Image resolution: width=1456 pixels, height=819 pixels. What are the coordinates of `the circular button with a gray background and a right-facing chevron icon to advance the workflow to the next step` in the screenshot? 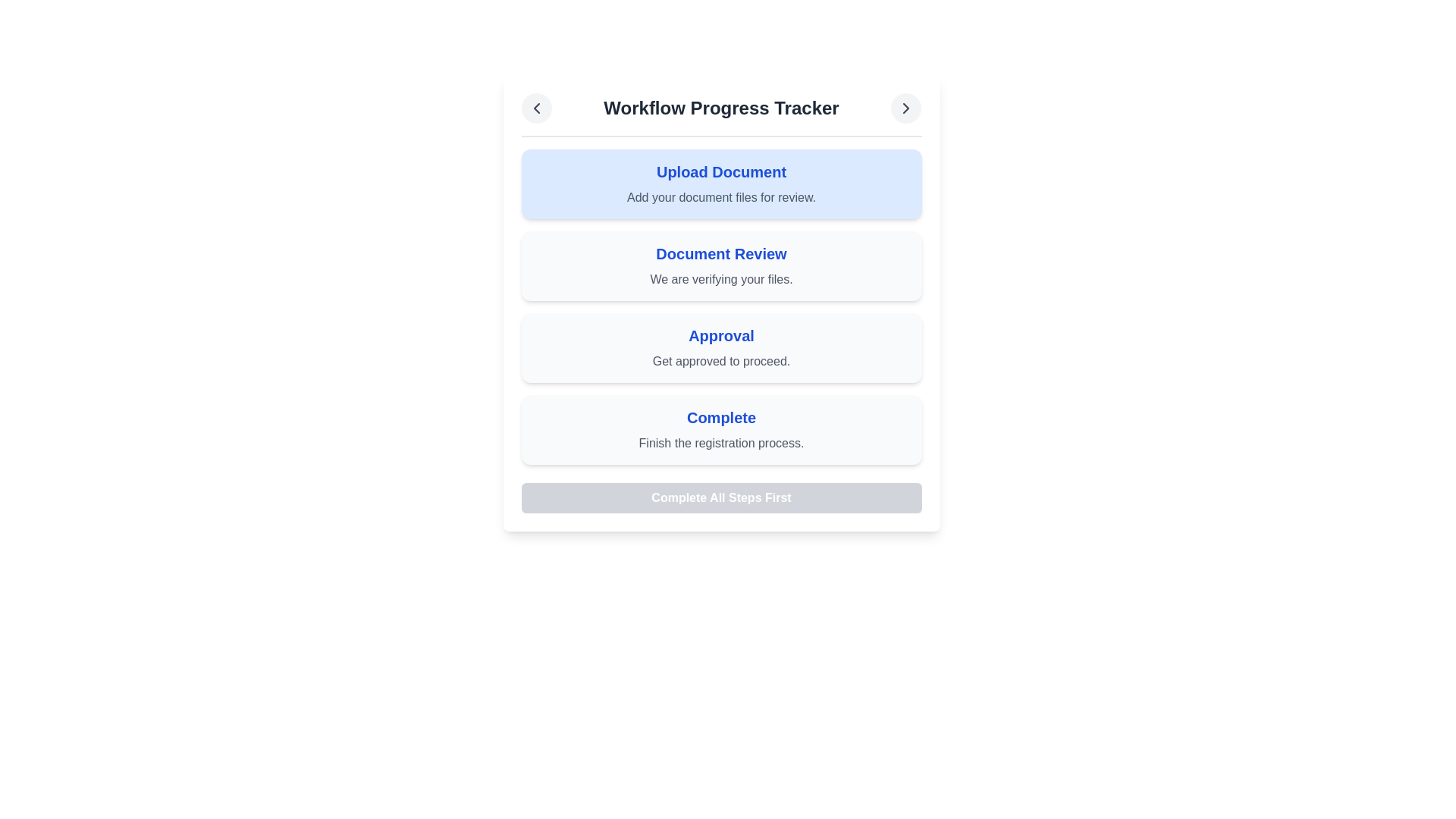 It's located at (906, 107).